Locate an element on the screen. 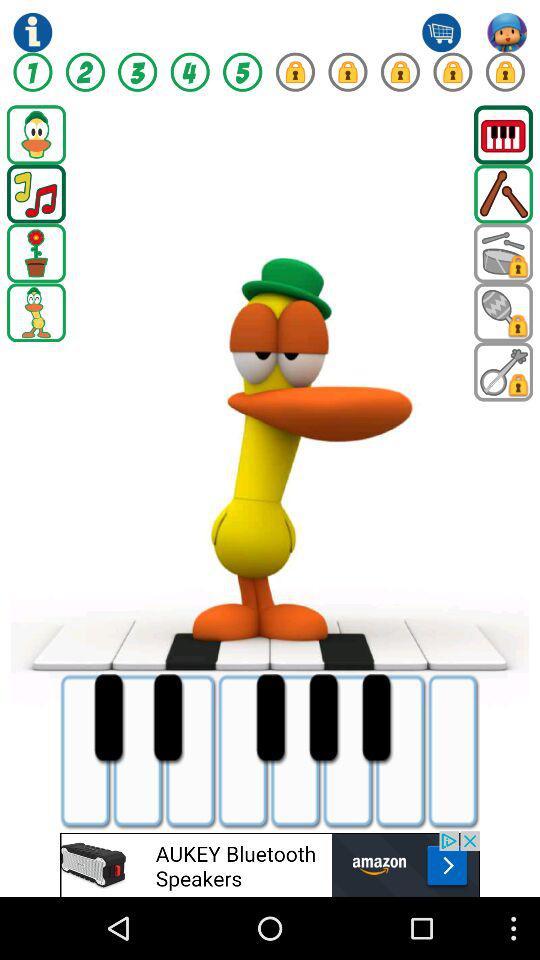 The height and width of the screenshot is (960, 540). fourth option is located at coordinates (190, 72).